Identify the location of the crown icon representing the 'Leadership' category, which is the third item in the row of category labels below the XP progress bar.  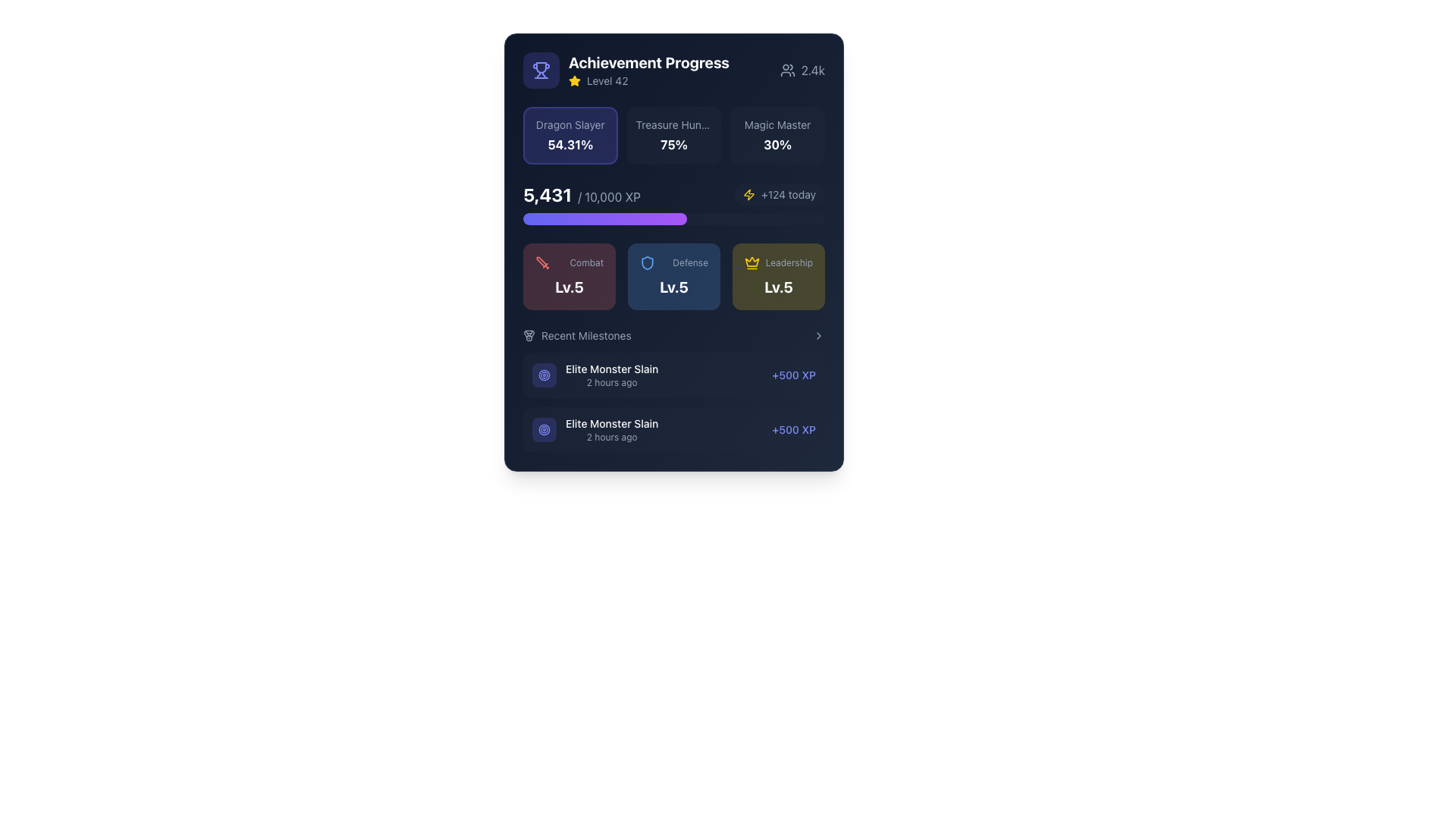
(752, 262).